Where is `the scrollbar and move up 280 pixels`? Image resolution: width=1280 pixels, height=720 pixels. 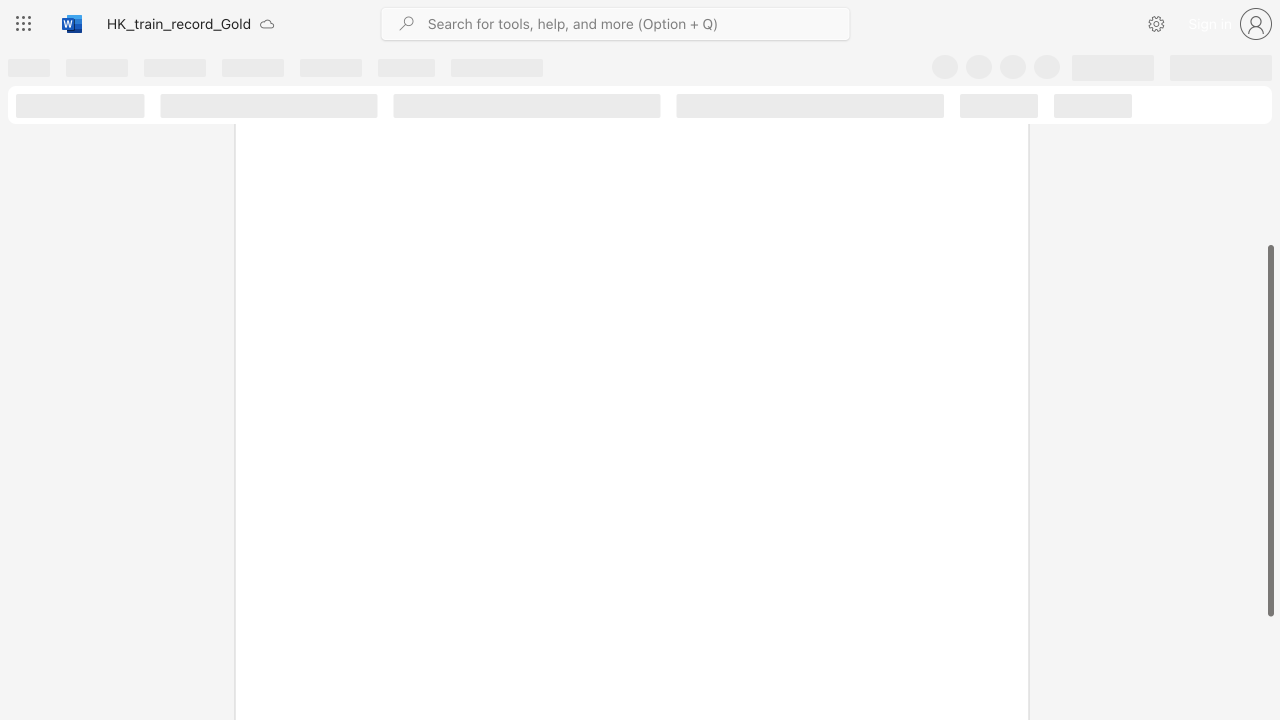
the scrollbar and move up 280 pixels is located at coordinates (1269, 430).